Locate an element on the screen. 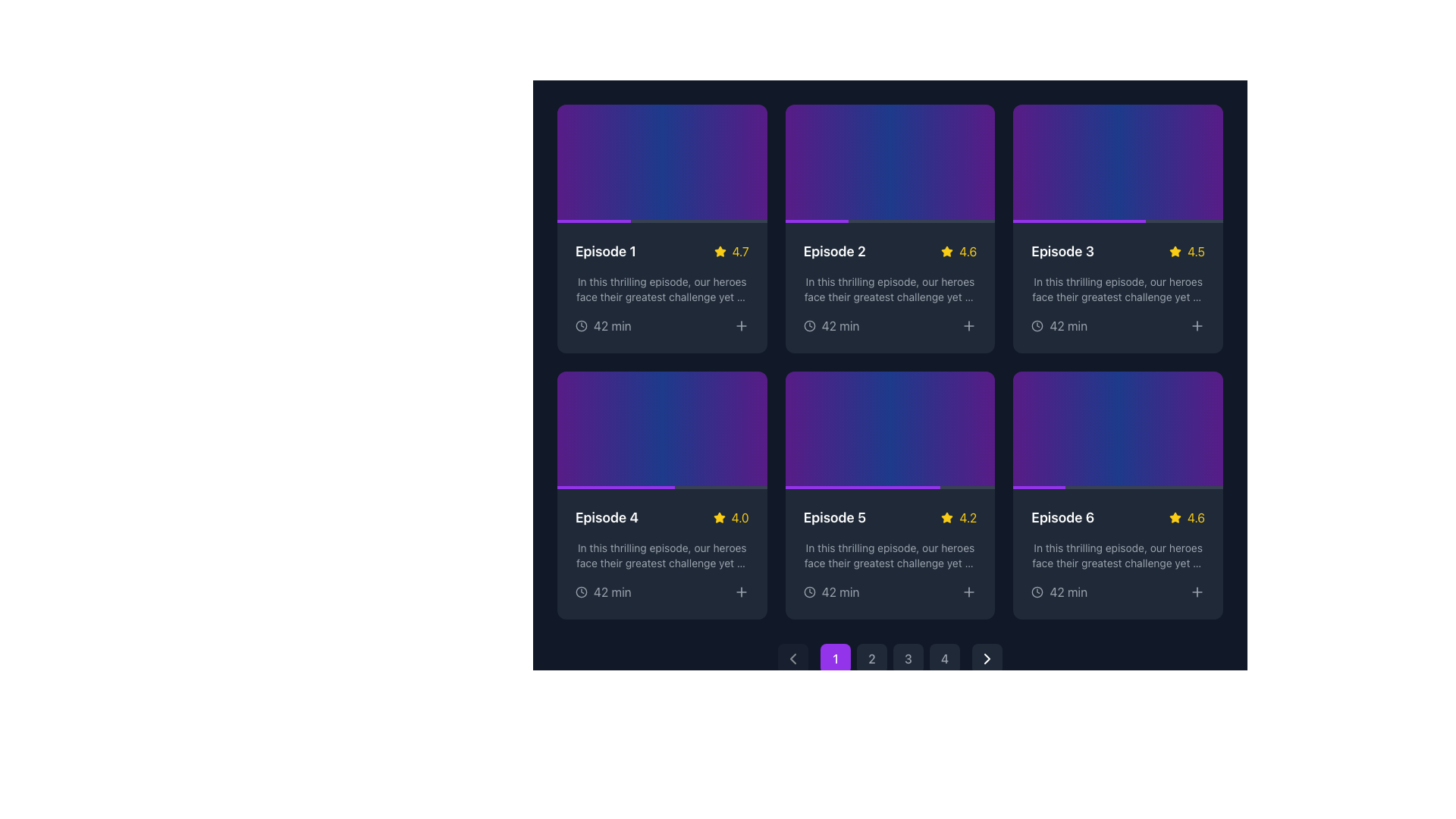 The height and width of the screenshot is (819, 1456). the area adjacent to the progress bar located at the bottom of the 'Episode 6' card, which is represented by a narrow, horizontal gray bar with a purple segment indicating progress is located at coordinates (1118, 488).